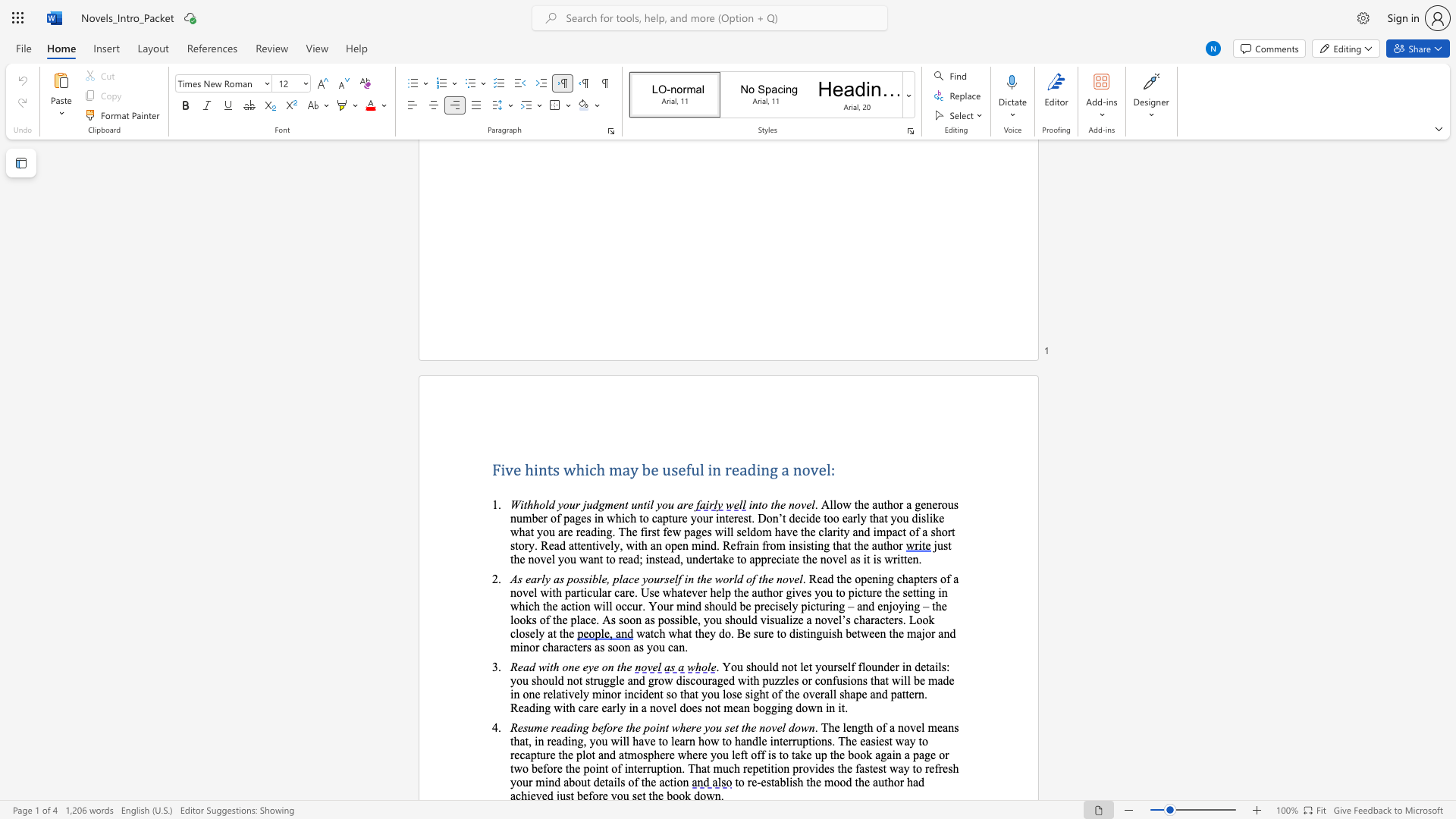 This screenshot has height=819, width=1456. I want to click on the subset text "e easiest way to recaptur" within the text ". The length of a novel means that, in reading, you will have to learn how to handle interruptions. The easiest way to recapture the plot and atmosphere where you left off is to take up the book again a page or two before the point of interruption. That much repetition", so click(852, 740).